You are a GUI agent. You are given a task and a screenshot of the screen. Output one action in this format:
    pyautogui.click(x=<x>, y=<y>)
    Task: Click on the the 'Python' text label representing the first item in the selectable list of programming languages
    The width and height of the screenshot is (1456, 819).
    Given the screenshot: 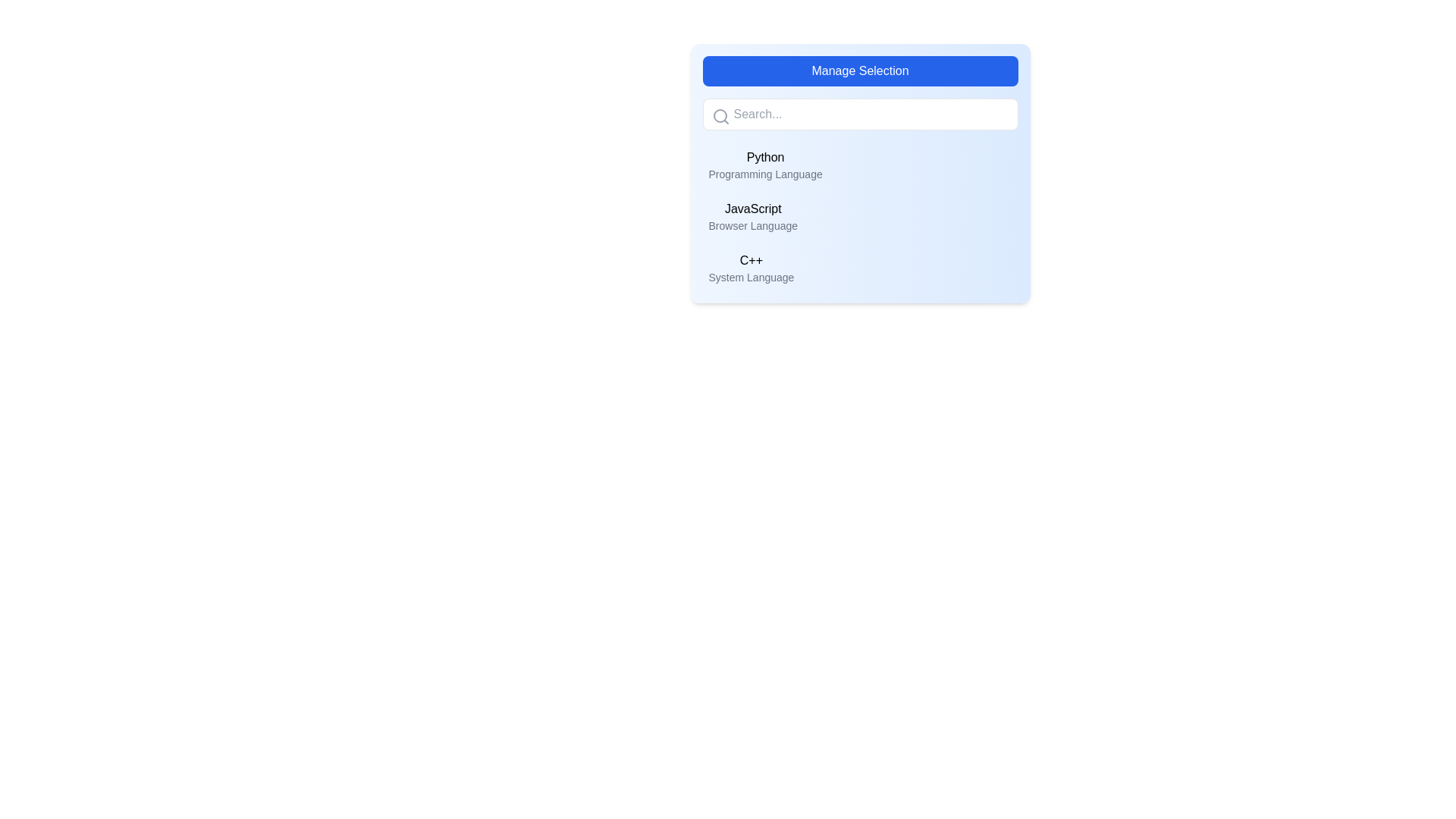 What is the action you would take?
    pyautogui.click(x=765, y=165)
    